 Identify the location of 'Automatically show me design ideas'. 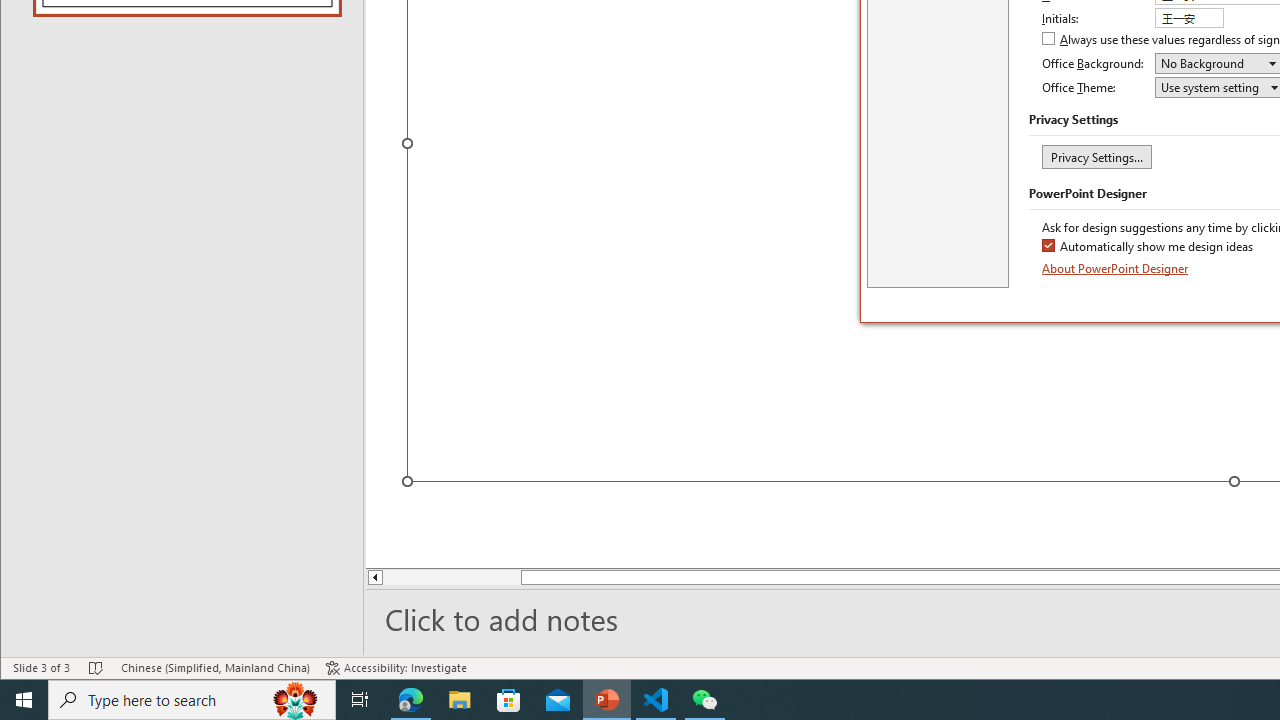
(1149, 246).